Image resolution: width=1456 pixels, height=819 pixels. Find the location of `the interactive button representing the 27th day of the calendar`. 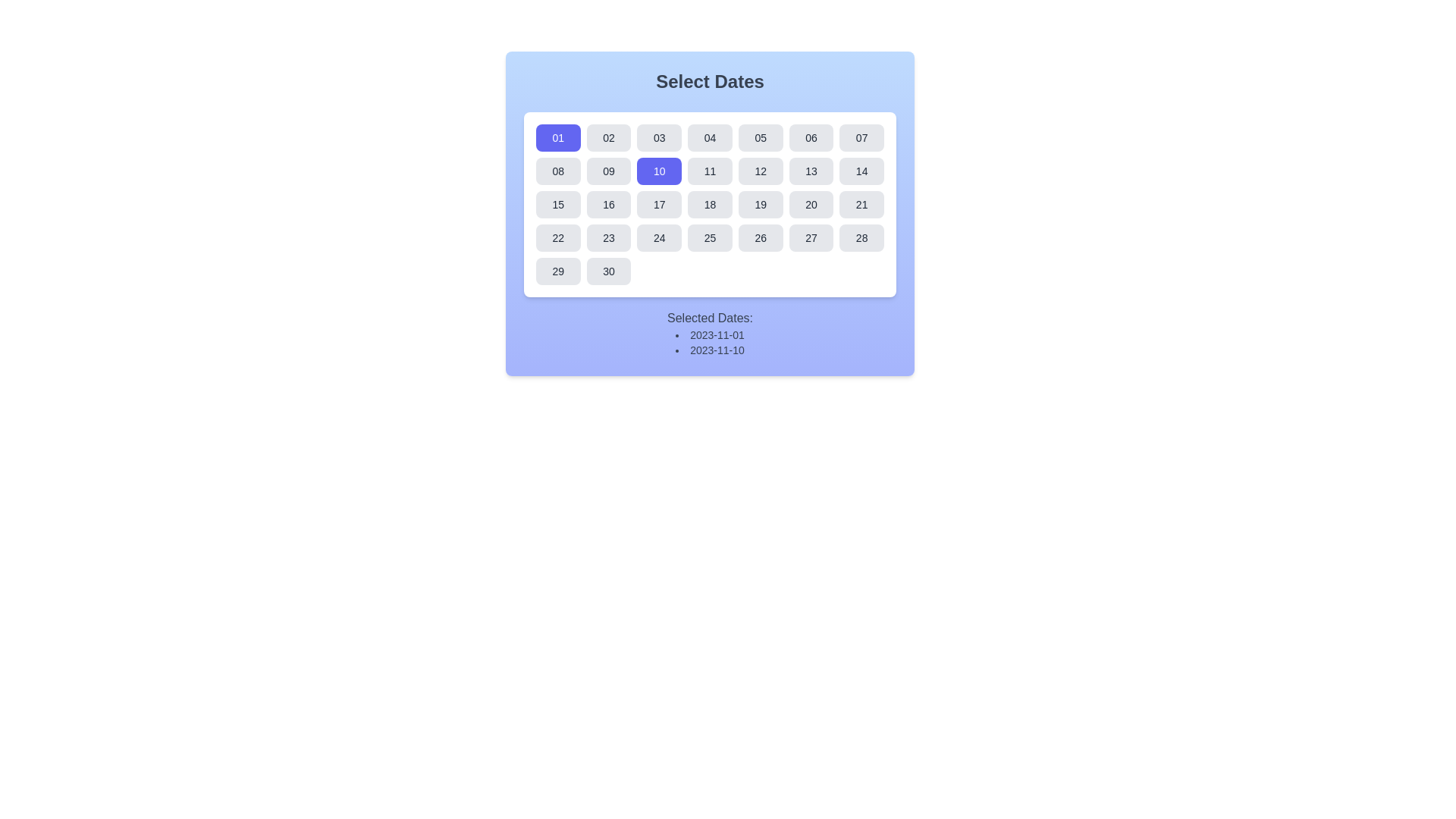

the interactive button representing the 27th day of the calendar is located at coordinates (811, 237).